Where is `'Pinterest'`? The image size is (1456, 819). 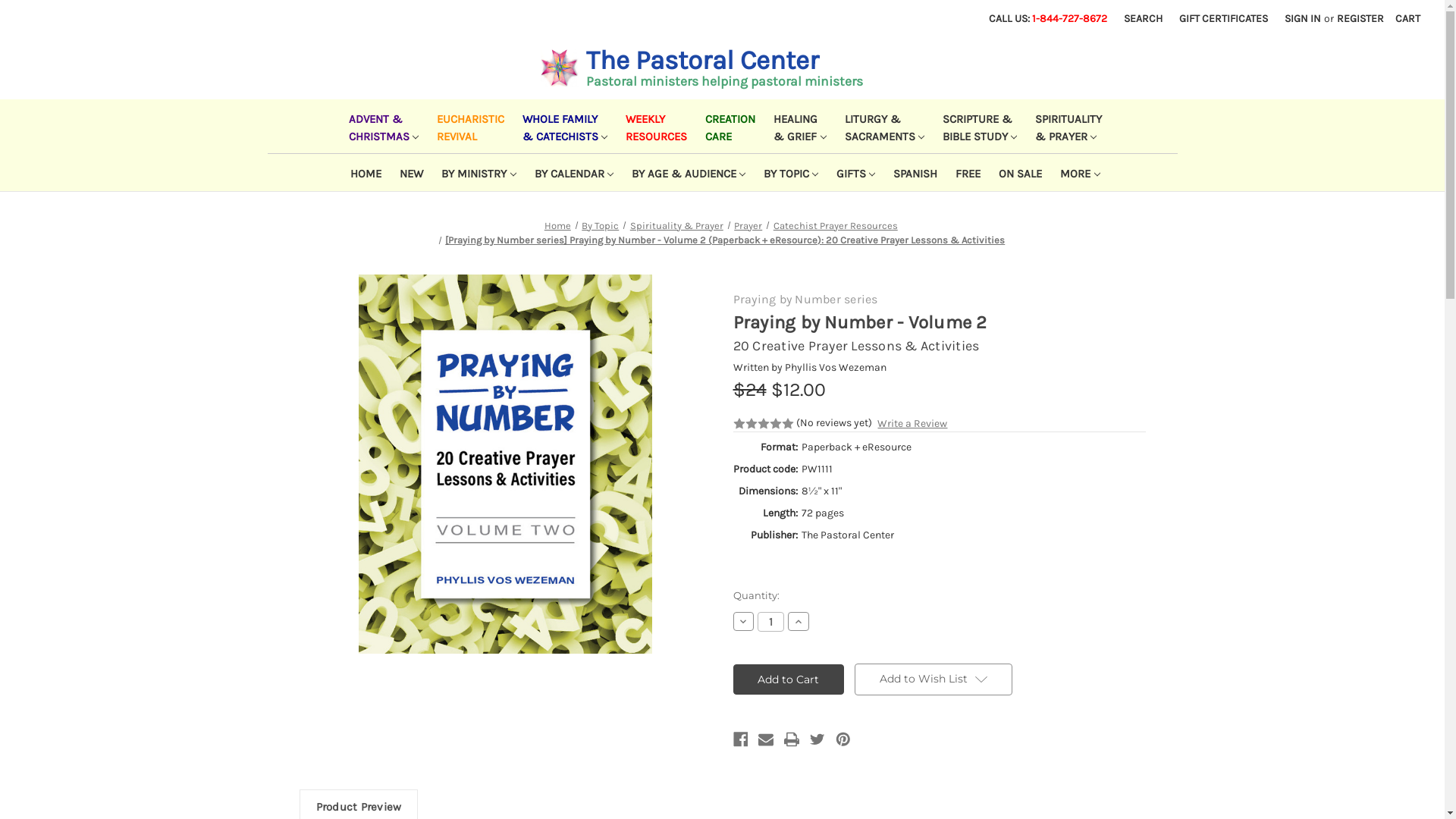 'Pinterest' is located at coordinates (843, 739).